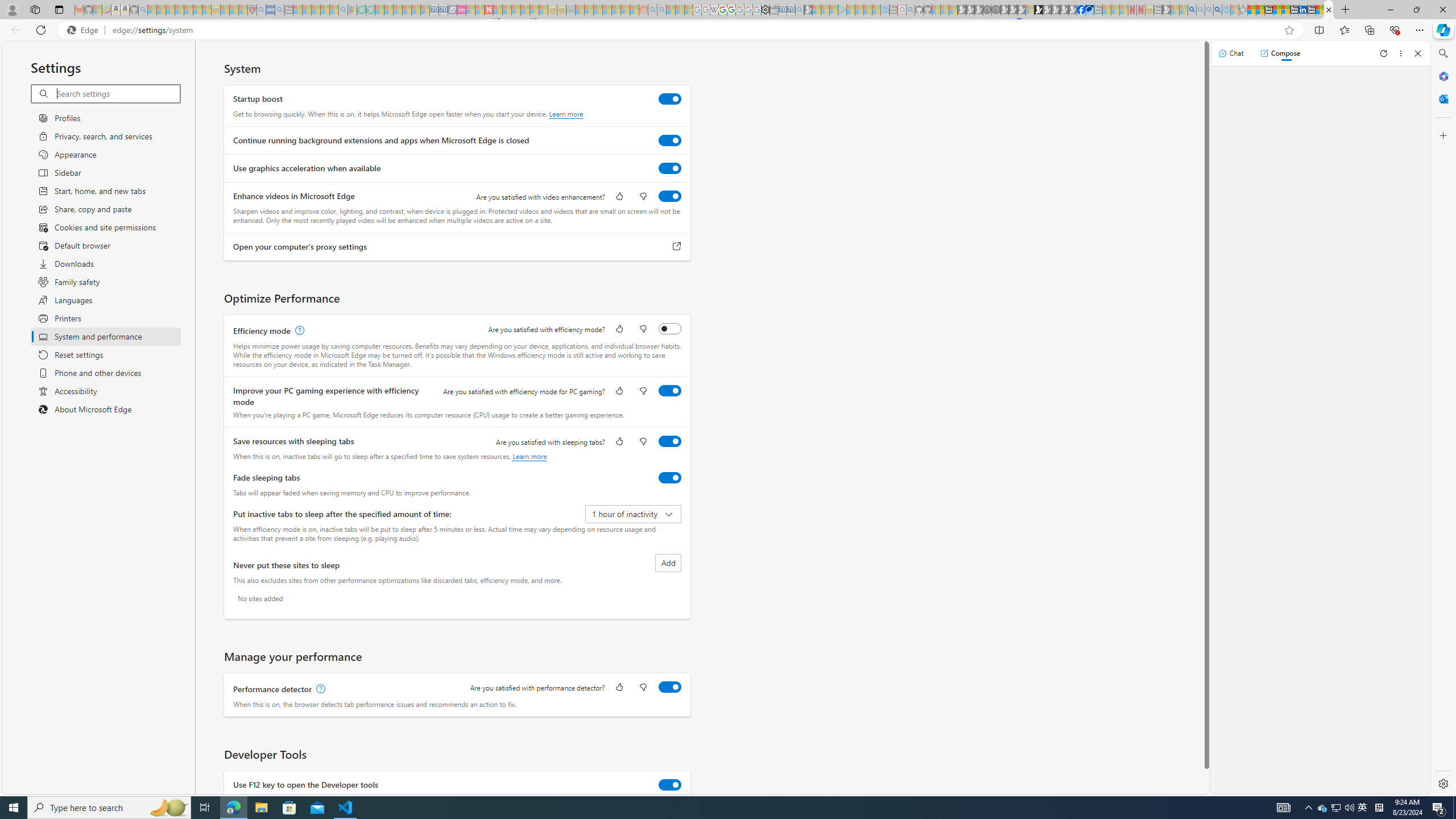 Image resolution: width=1456 pixels, height=819 pixels. What do you see at coordinates (297, 330) in the screenshot?
I see `'Efficiency mode, learn more'` at bounding box center [297, 330].